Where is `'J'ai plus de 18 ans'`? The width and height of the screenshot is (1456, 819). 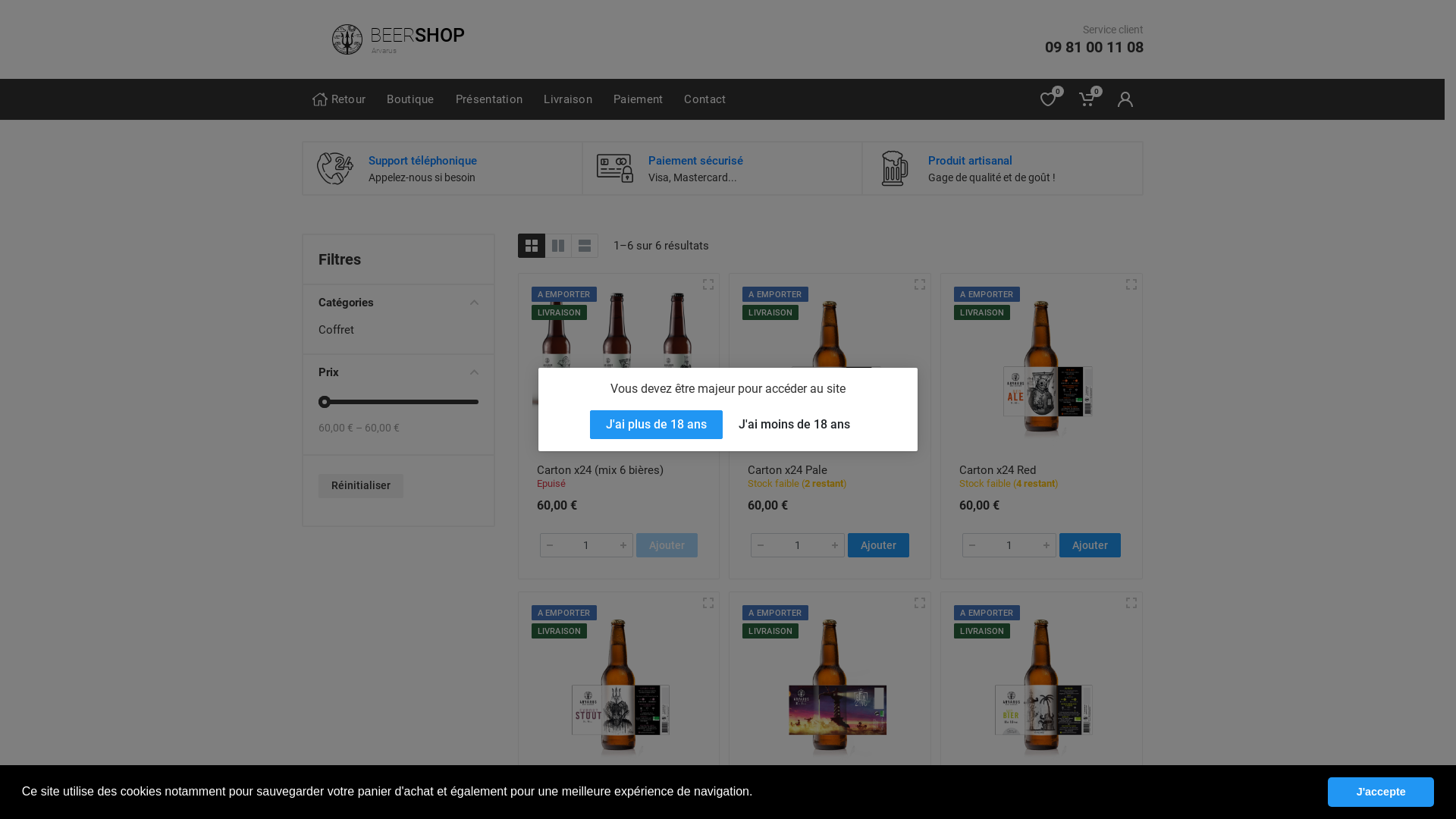 'J'ai plus de 18 ans' is located at coordinates (656, 424).